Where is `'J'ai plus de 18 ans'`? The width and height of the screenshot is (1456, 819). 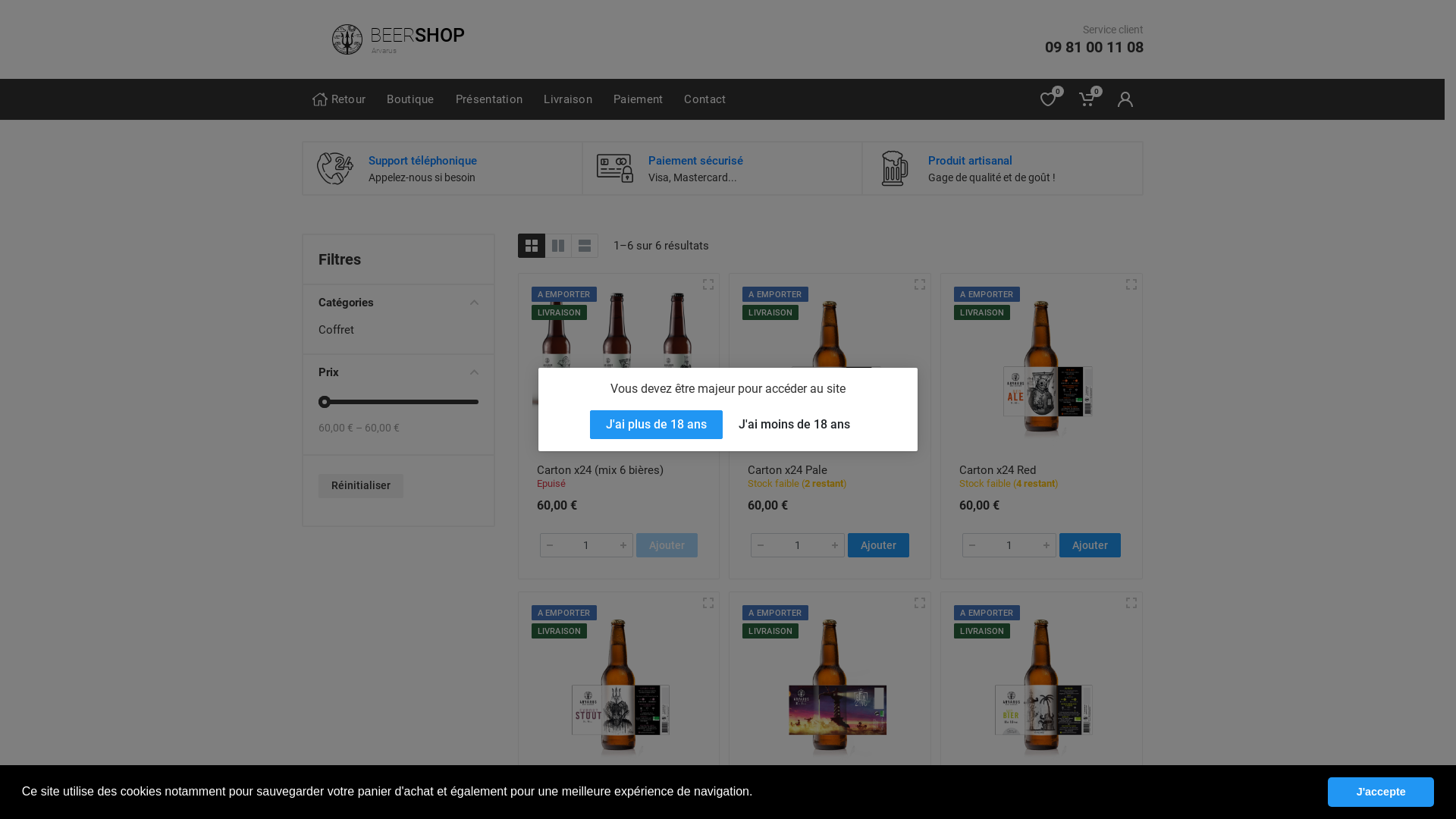 'J'ai plus de 18 ans' is located at coordinates (656, 424).